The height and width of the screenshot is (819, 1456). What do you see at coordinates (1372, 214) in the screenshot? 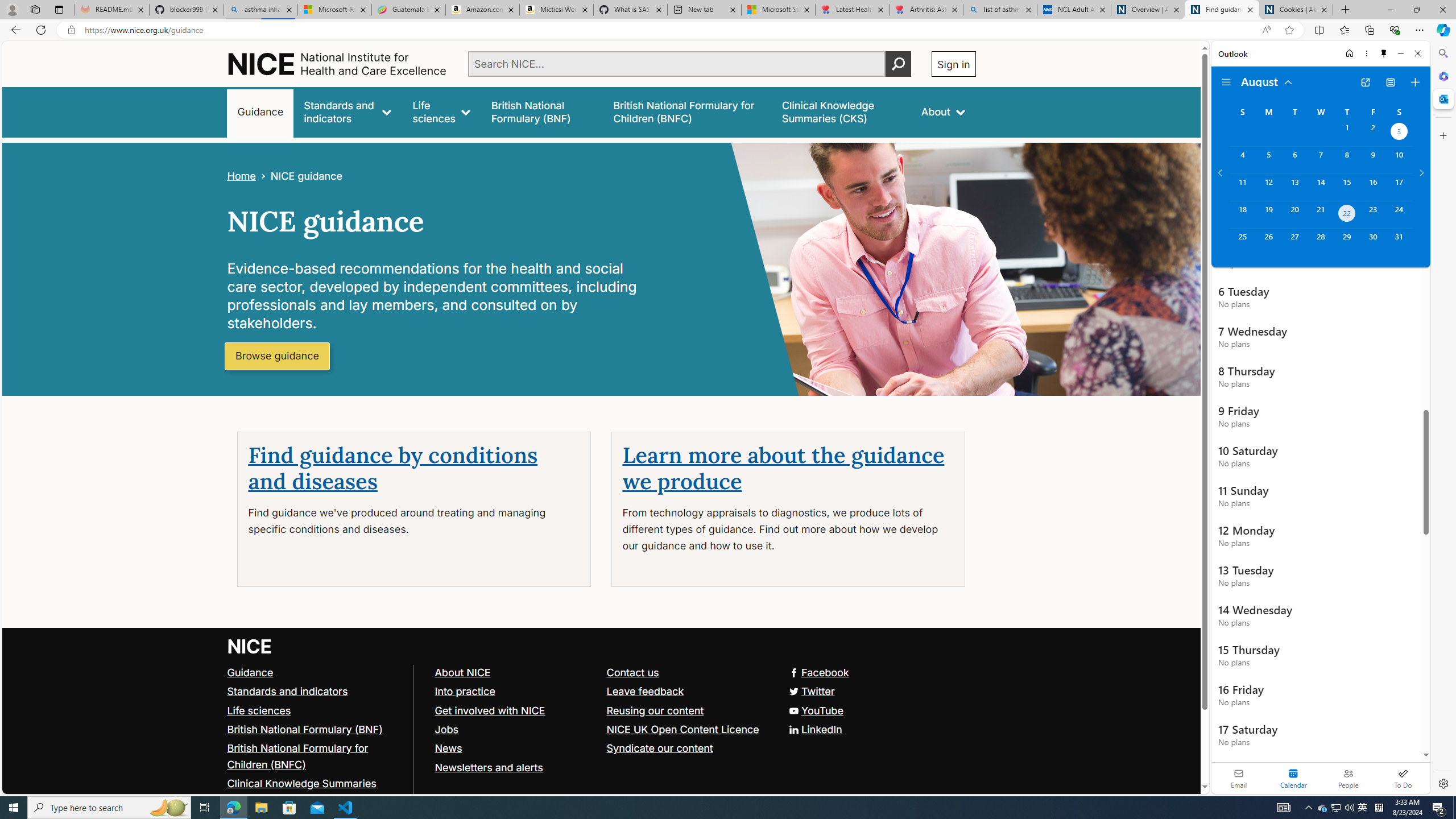
I see `'Friday, August 23, 2024. '` at bounding box center [1372, 214].